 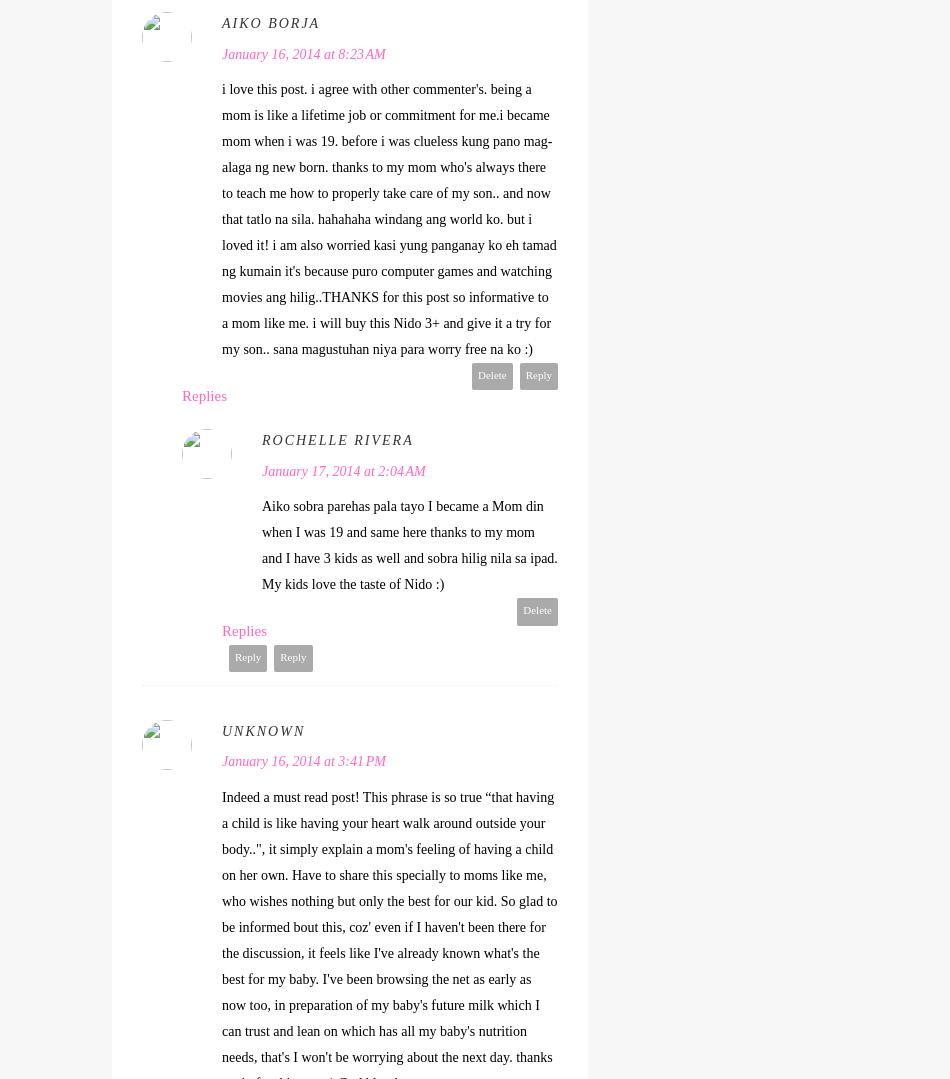 What do you see at coordinates (336, 440) in the screenshot?
I see `'Rochelle Rivera'` at bounding box center [336, 440].